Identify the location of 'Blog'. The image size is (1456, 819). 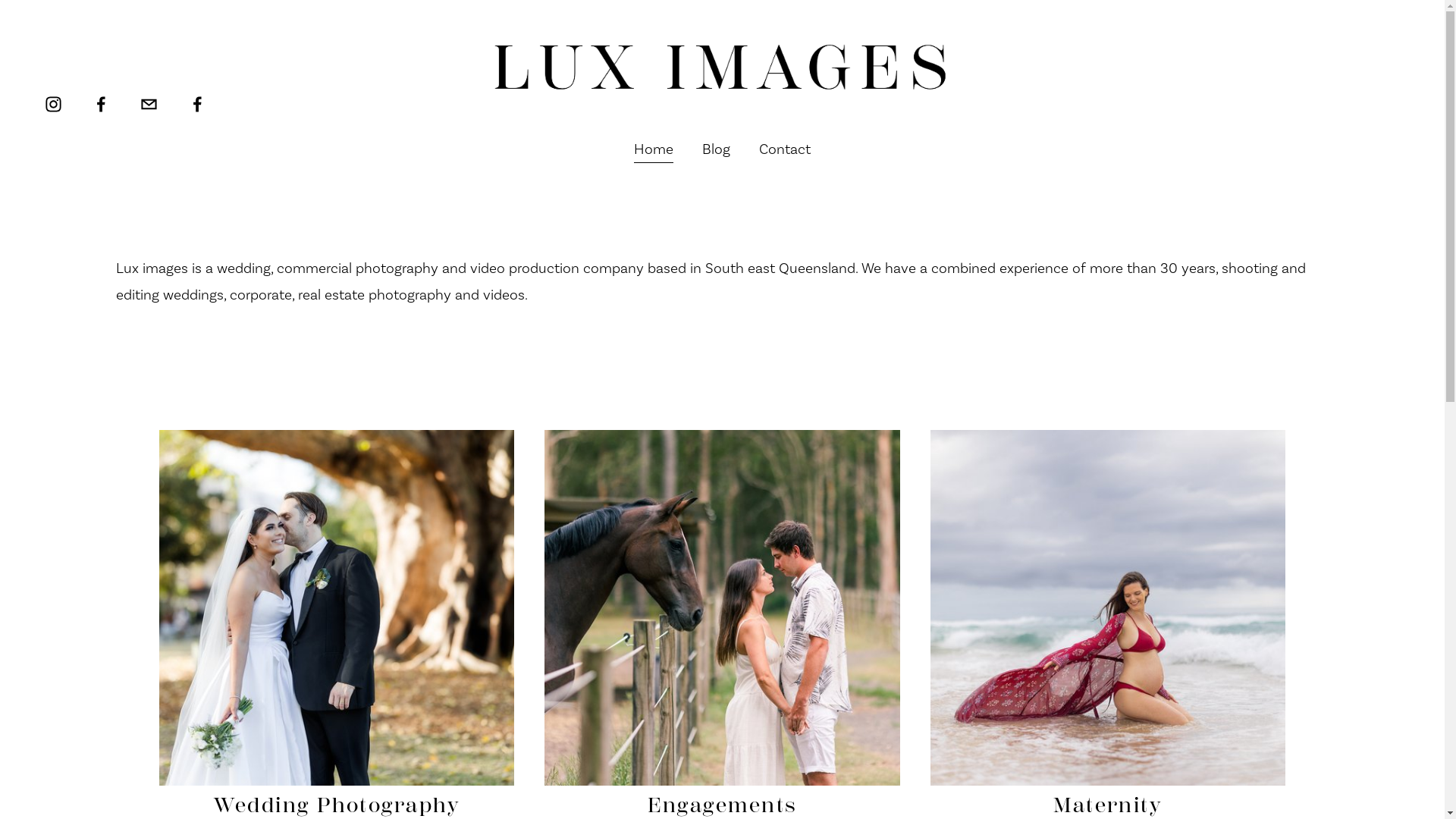
(715, 149).